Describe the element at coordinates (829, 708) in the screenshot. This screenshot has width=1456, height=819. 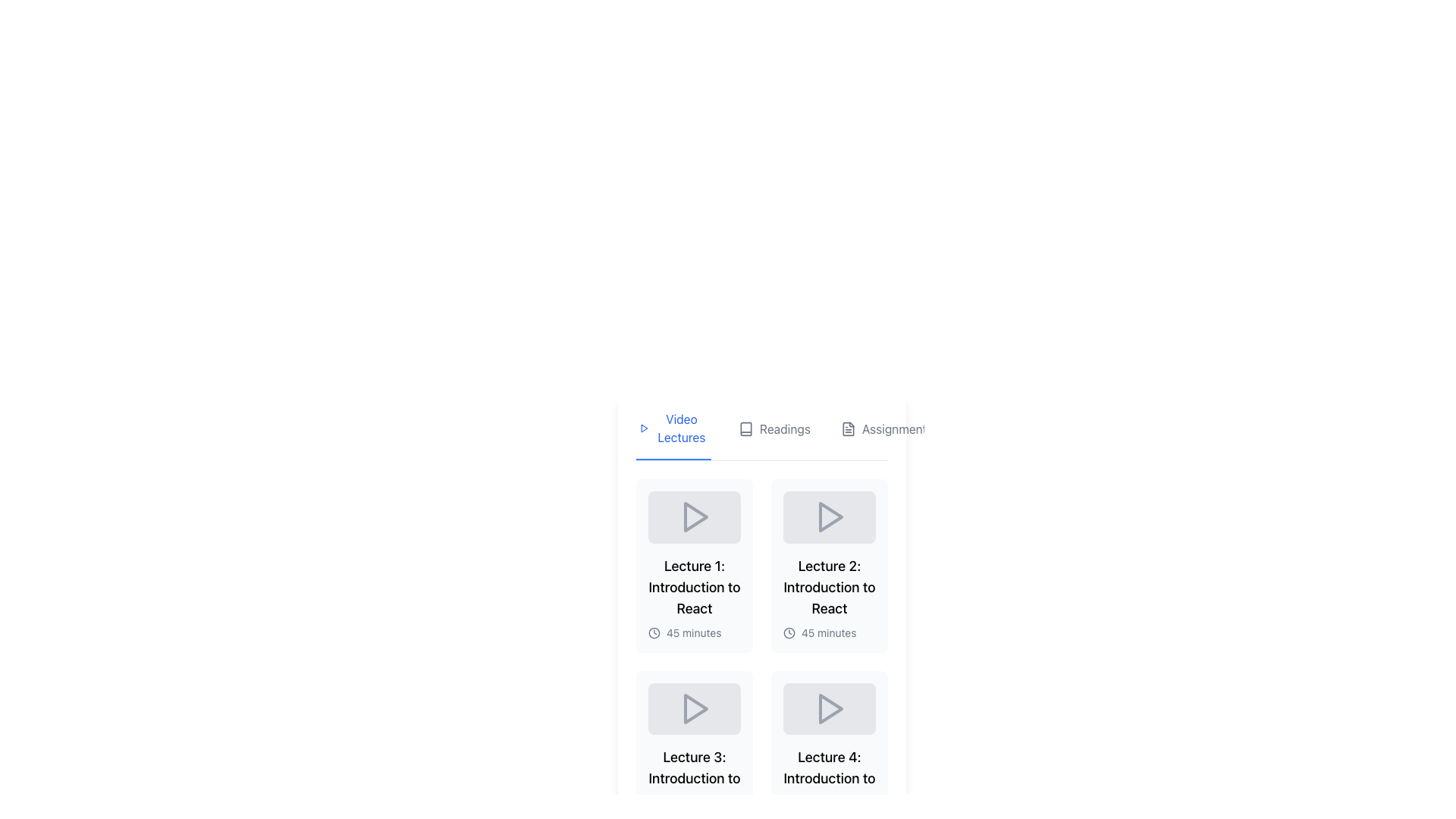
I see `the play icon in the Video Thumbnail with Play Indicator located in the 'Lecture 4: Introduction to React' block to interact with the video` at that location.